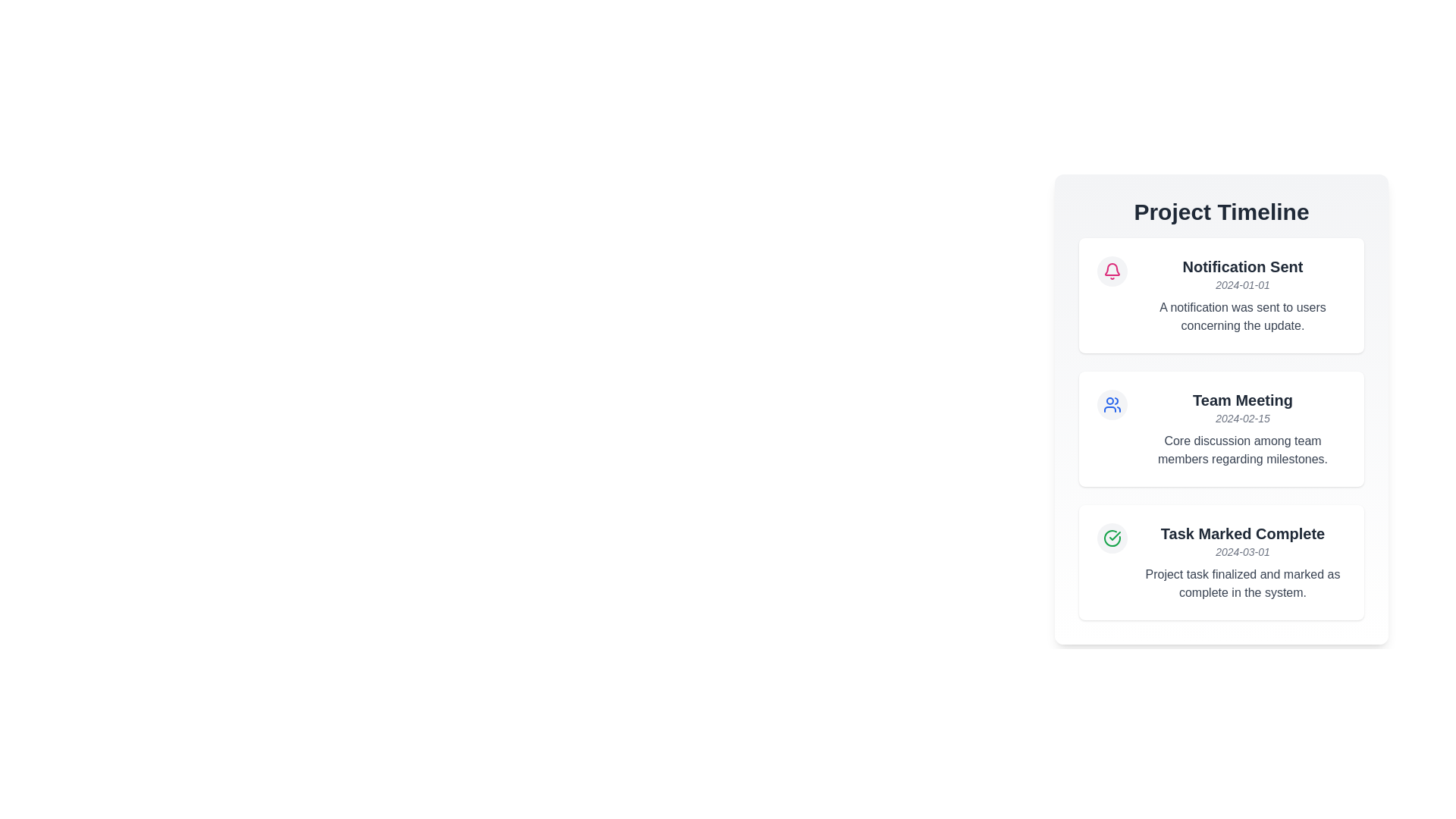 Image resolution: width=1456 pixels, height=819 pixels. What do you see at coordinates (1242, 265) in the screenshot?
I see `the text label that reads 'Notification Sent', which is styled in bold and large font, indicating significant information in a vertically aligned timeline interface` at bounding box center [1242, 265].